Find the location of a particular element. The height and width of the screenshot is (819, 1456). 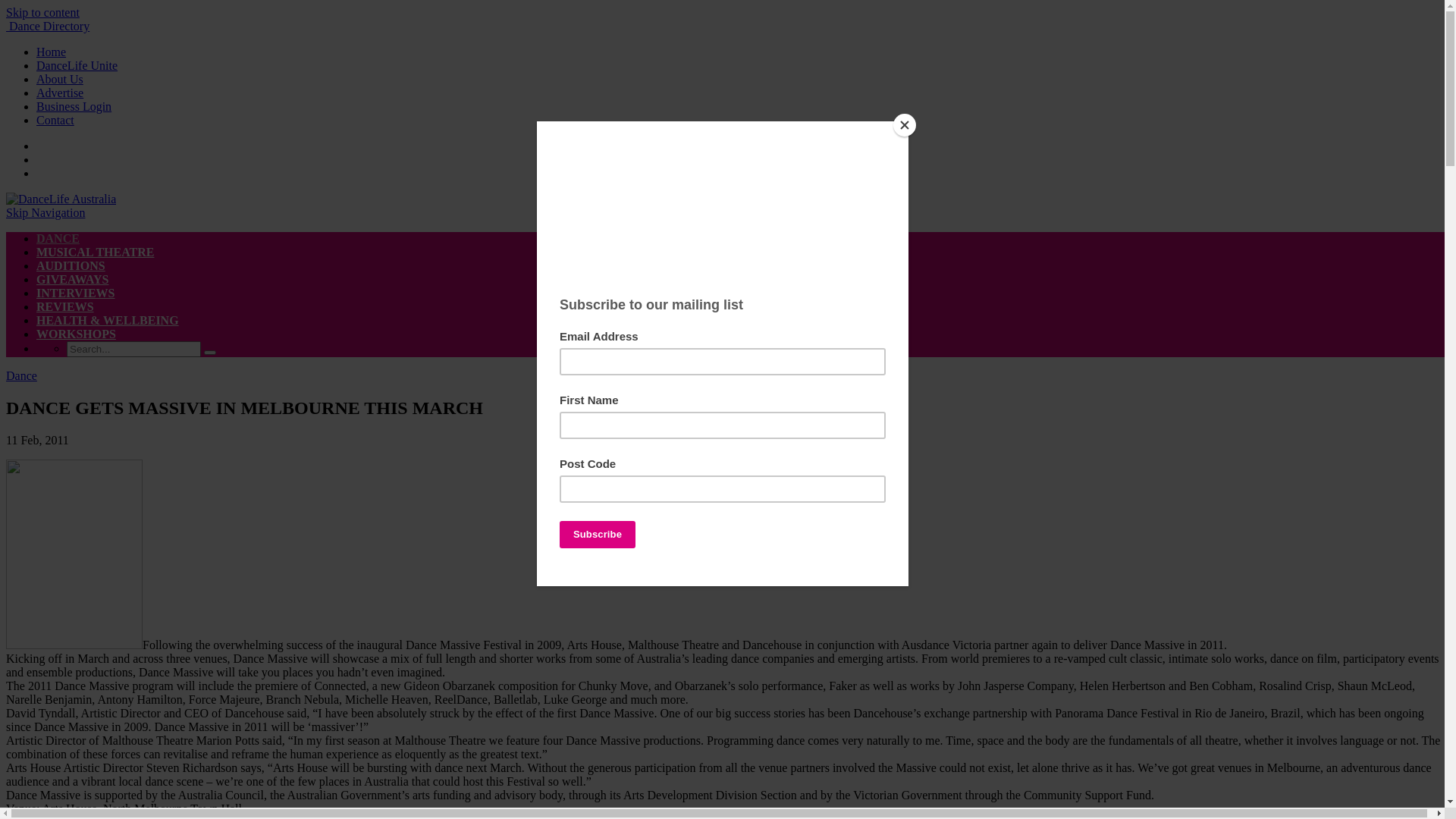

'AUDITIONS' is located at coordinates (70, 265).